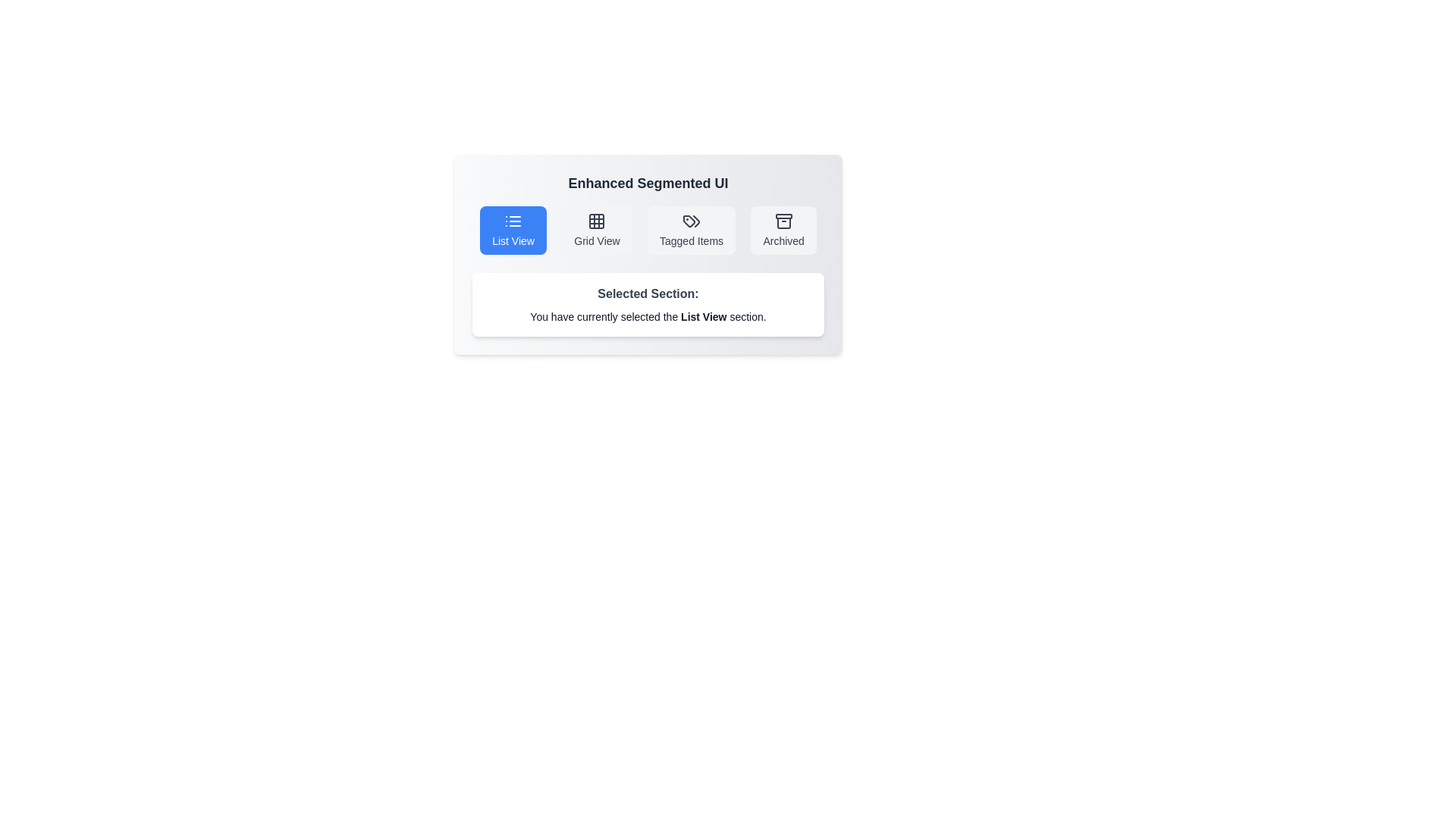  What do you see at coordinates (596, 240) in the screenshot?
I see `the 'Grid View' label displayed within the selectable card-like button, located at the bottom center of the second segmented button from the left` at bounding box center [596, 240].